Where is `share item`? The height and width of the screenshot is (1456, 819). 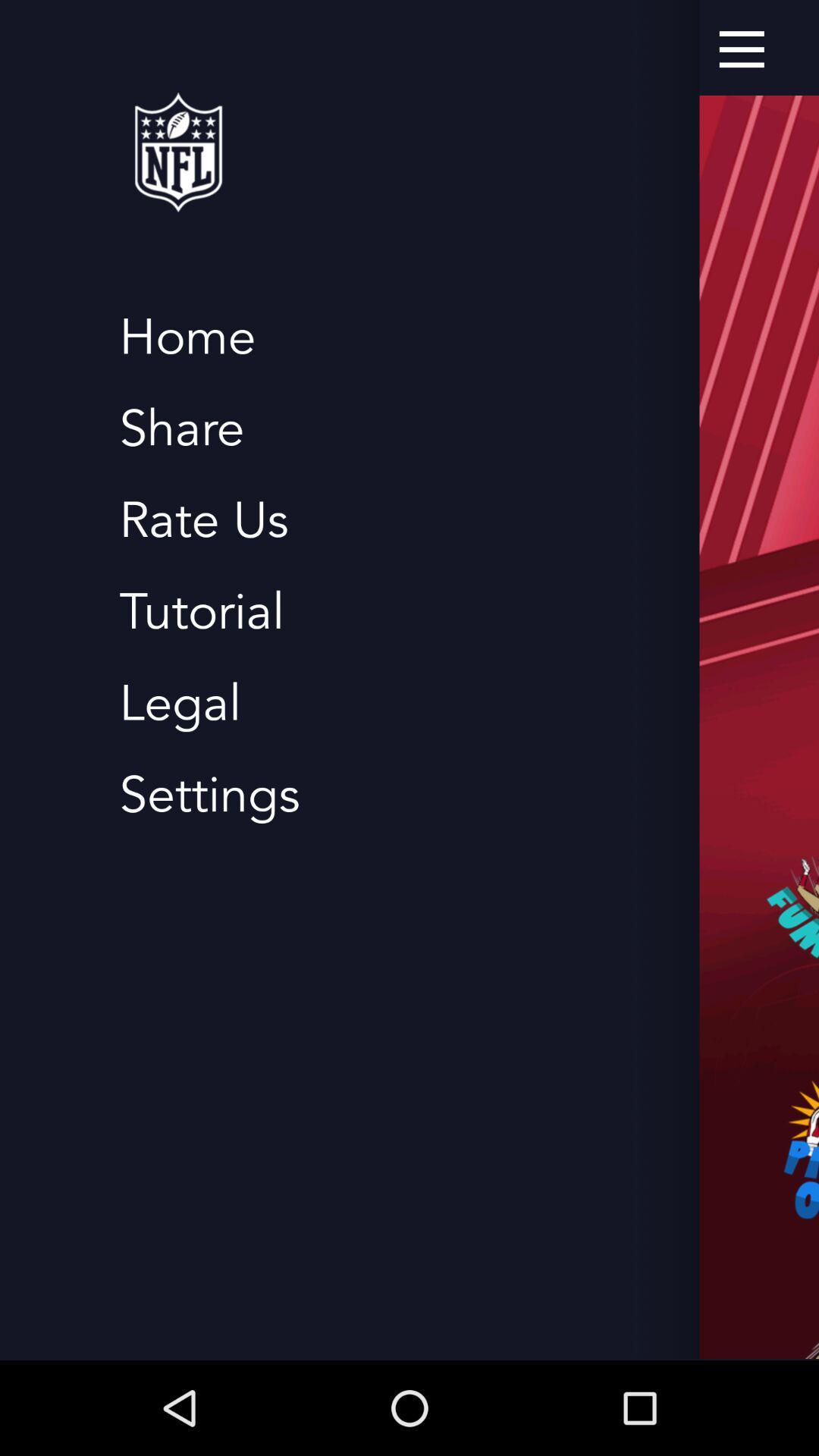
share item is located at coordinates (180, 428).